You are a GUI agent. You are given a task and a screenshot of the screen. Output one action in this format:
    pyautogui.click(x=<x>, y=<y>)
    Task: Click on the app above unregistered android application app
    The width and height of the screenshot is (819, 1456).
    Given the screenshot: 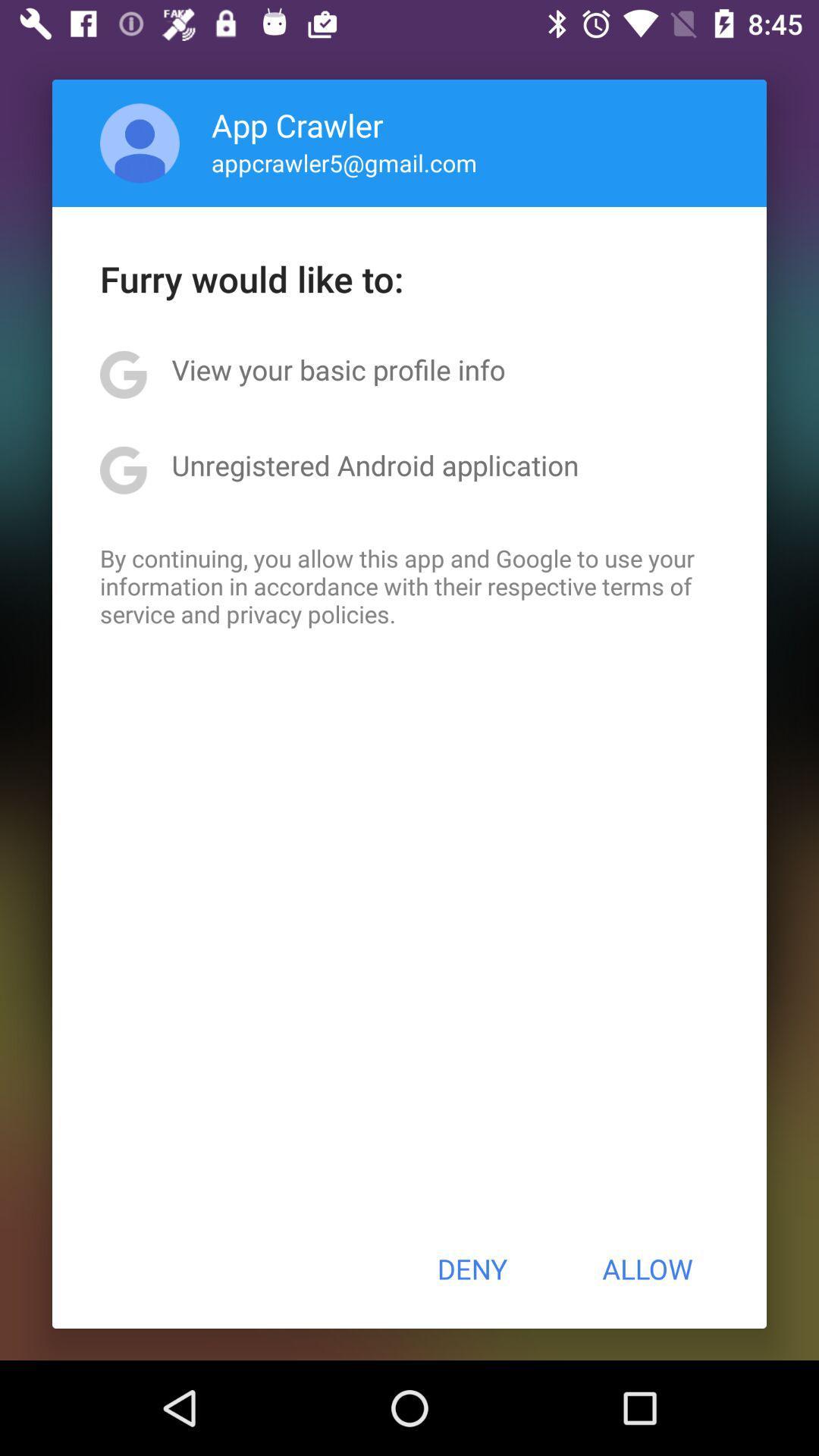 What is the action you would take?
    pyautogui.click(x=337, y=369)
    